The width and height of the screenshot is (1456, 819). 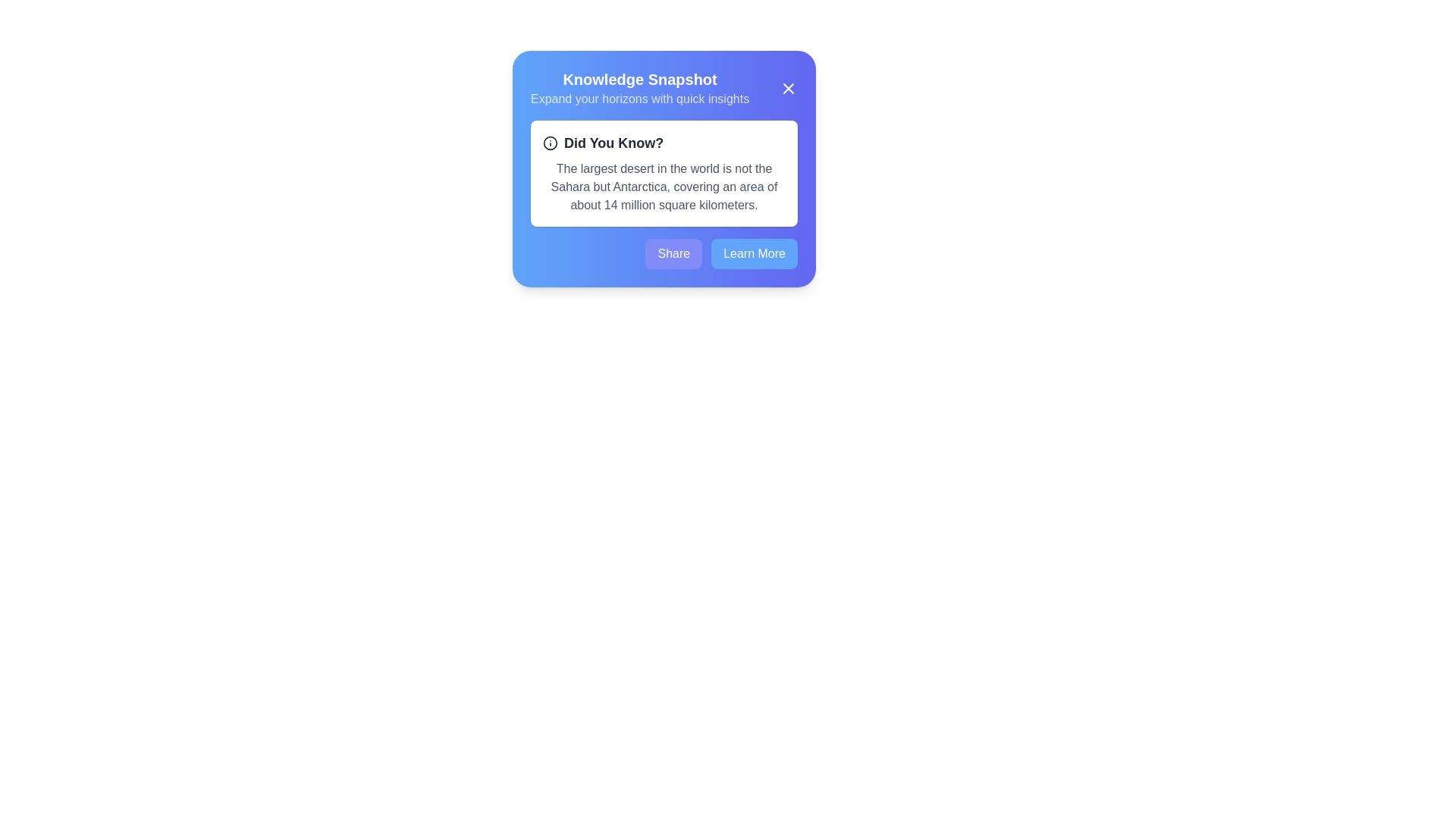 I want to click on the Close icon located in the top-right corner of the 'Knowledge Snapshot' card, so click(x=789, y=88).